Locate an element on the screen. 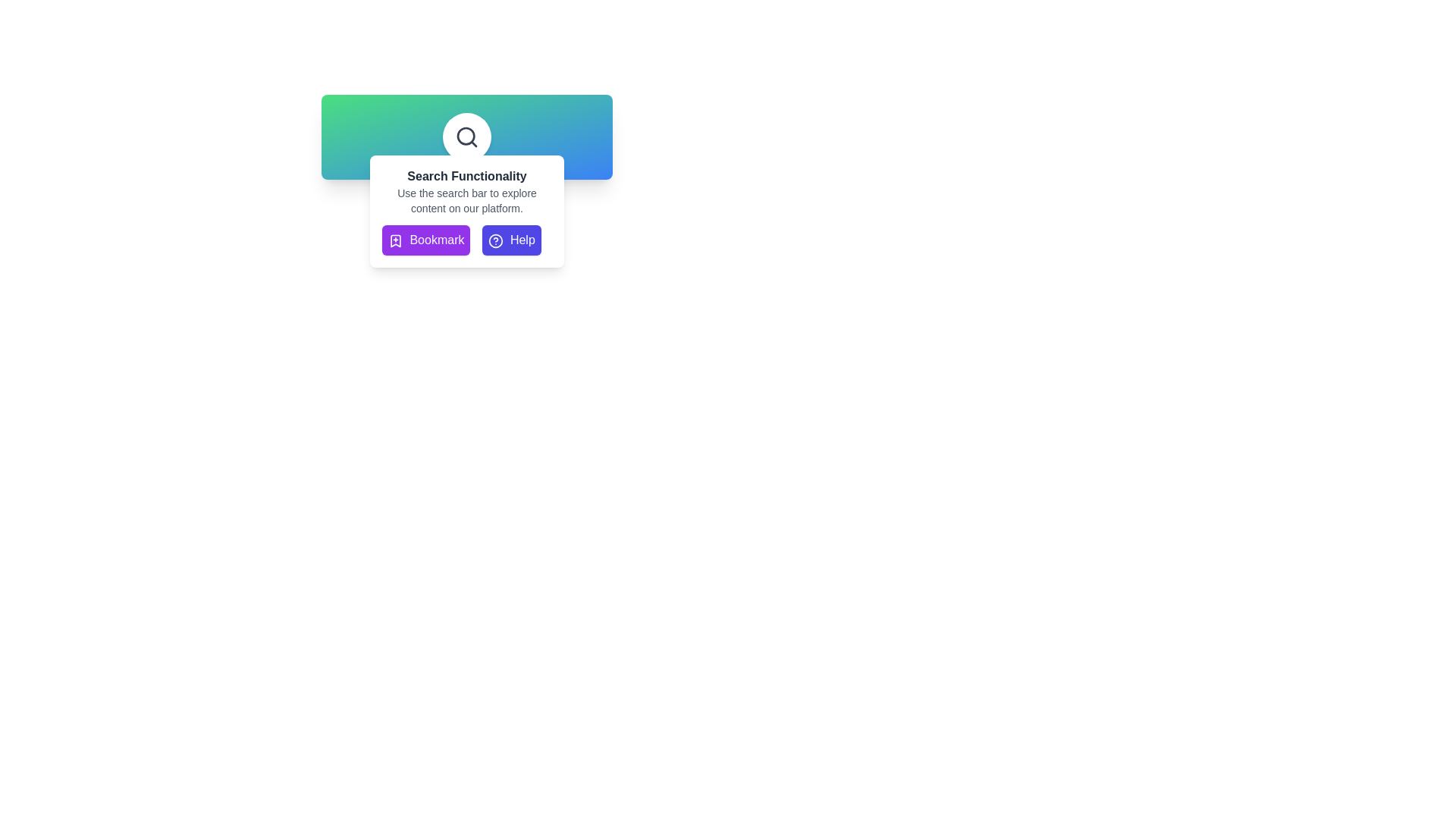  the help icon, which is a circular graphic with a question mark inside, located within the 'Help' button to the right of the 'Bookmark' button is located at coordinates (496, 240).